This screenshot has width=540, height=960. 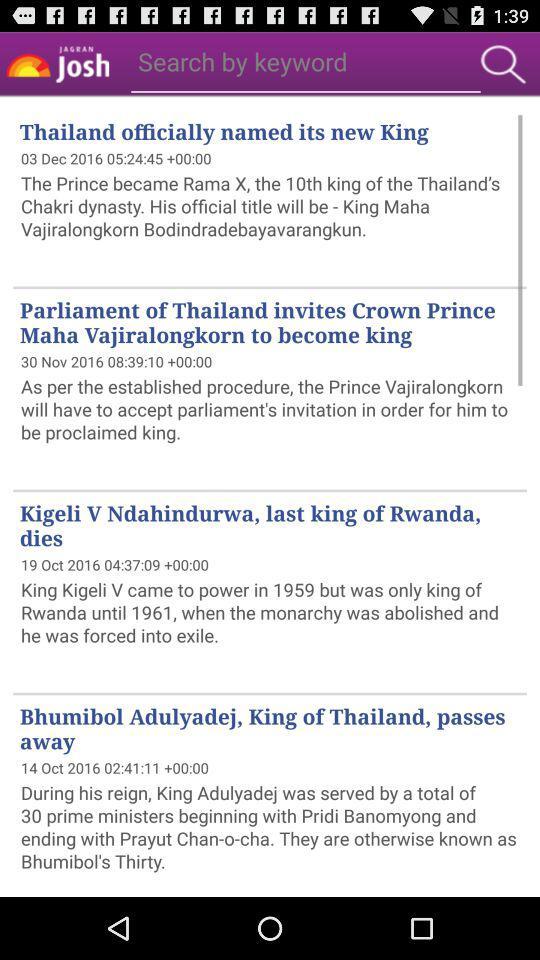 I want to click on searches with the text in the bar, so click(x=502, y=64).